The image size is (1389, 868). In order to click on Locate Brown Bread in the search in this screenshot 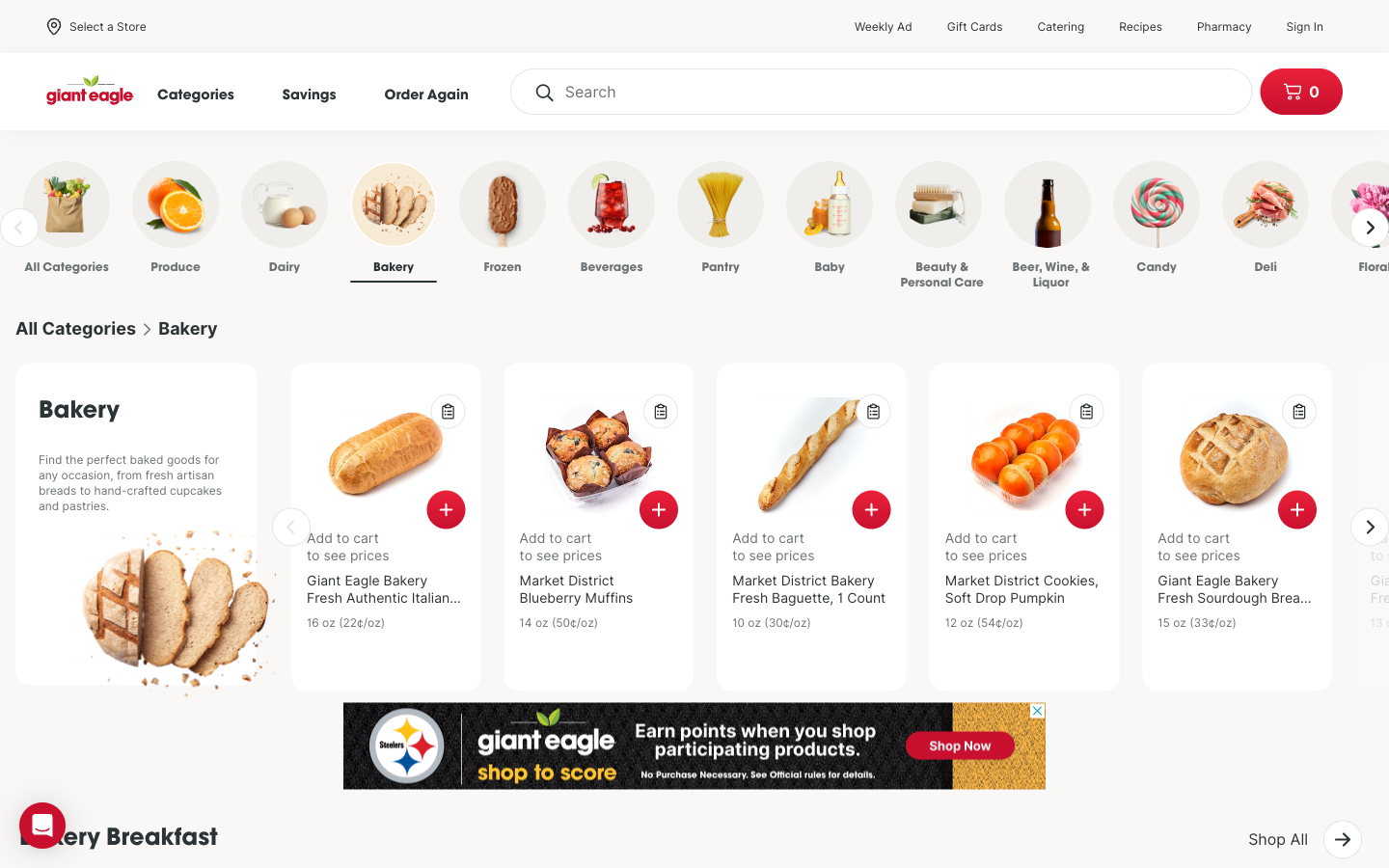, I will do `click(881, 91)`.